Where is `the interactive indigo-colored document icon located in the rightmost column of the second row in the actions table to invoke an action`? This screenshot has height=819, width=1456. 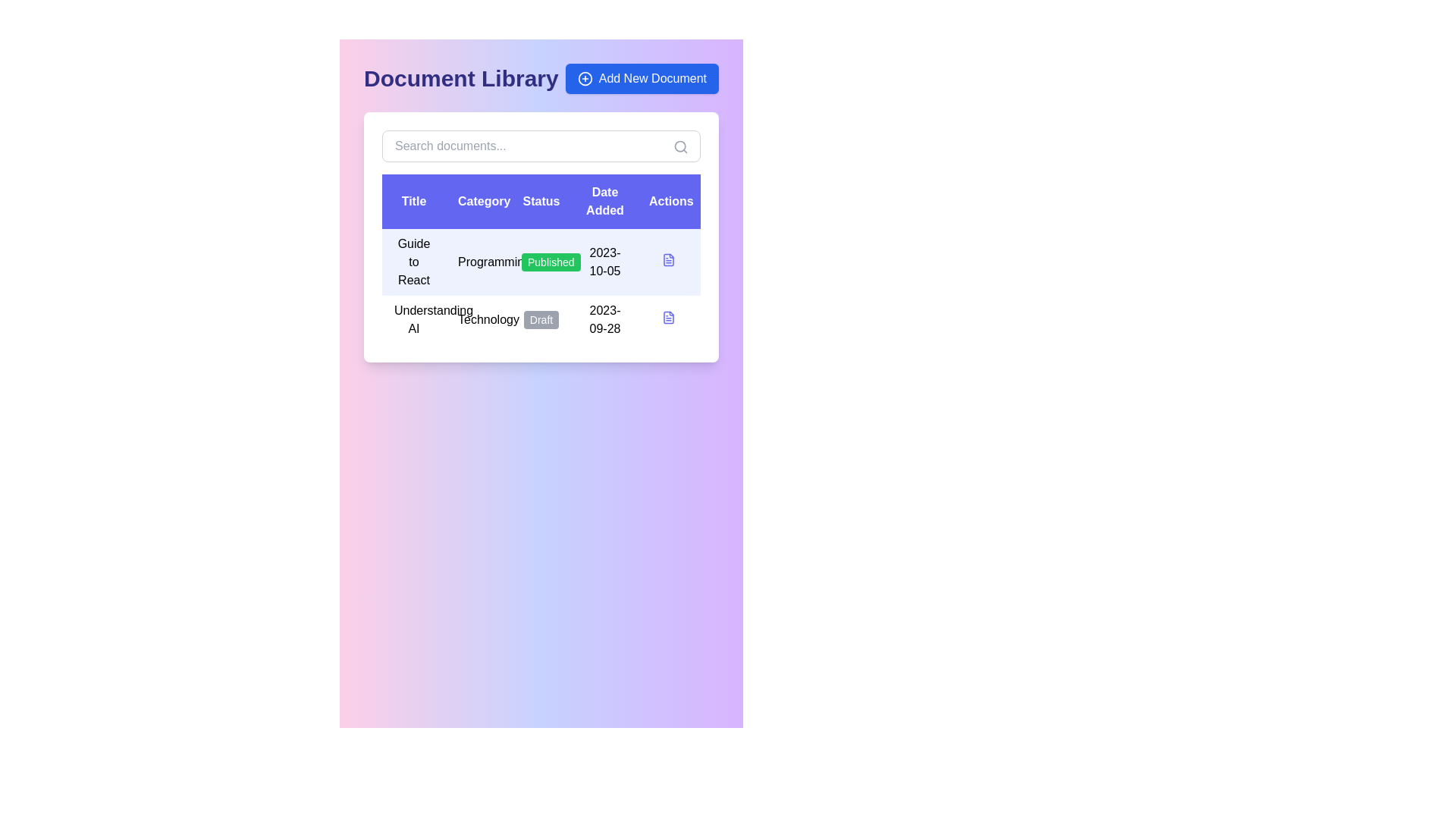 the interactive indigo-colored document icon located in the rightmost column of the second row in the actions table to invoke an action is located at coordinates (668, 315).